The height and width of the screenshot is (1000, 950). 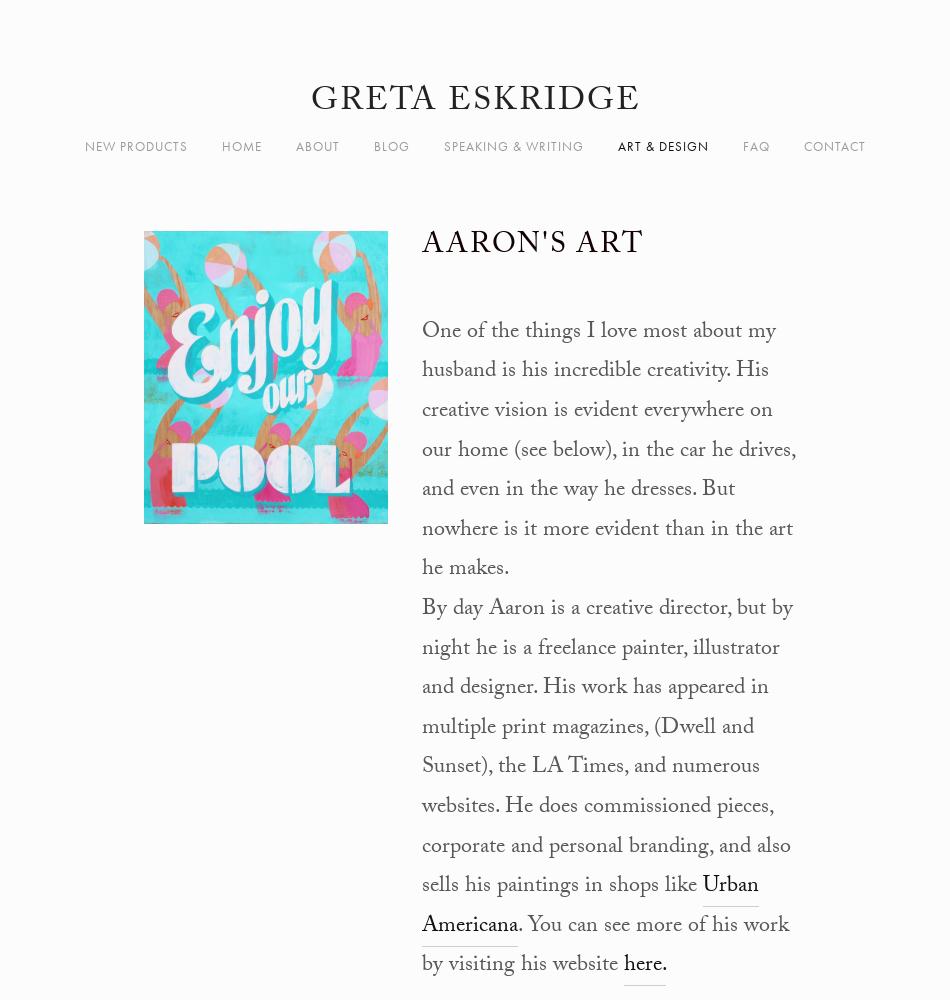 I want to click on 'Urban Americana', so click(x=590, y=907).